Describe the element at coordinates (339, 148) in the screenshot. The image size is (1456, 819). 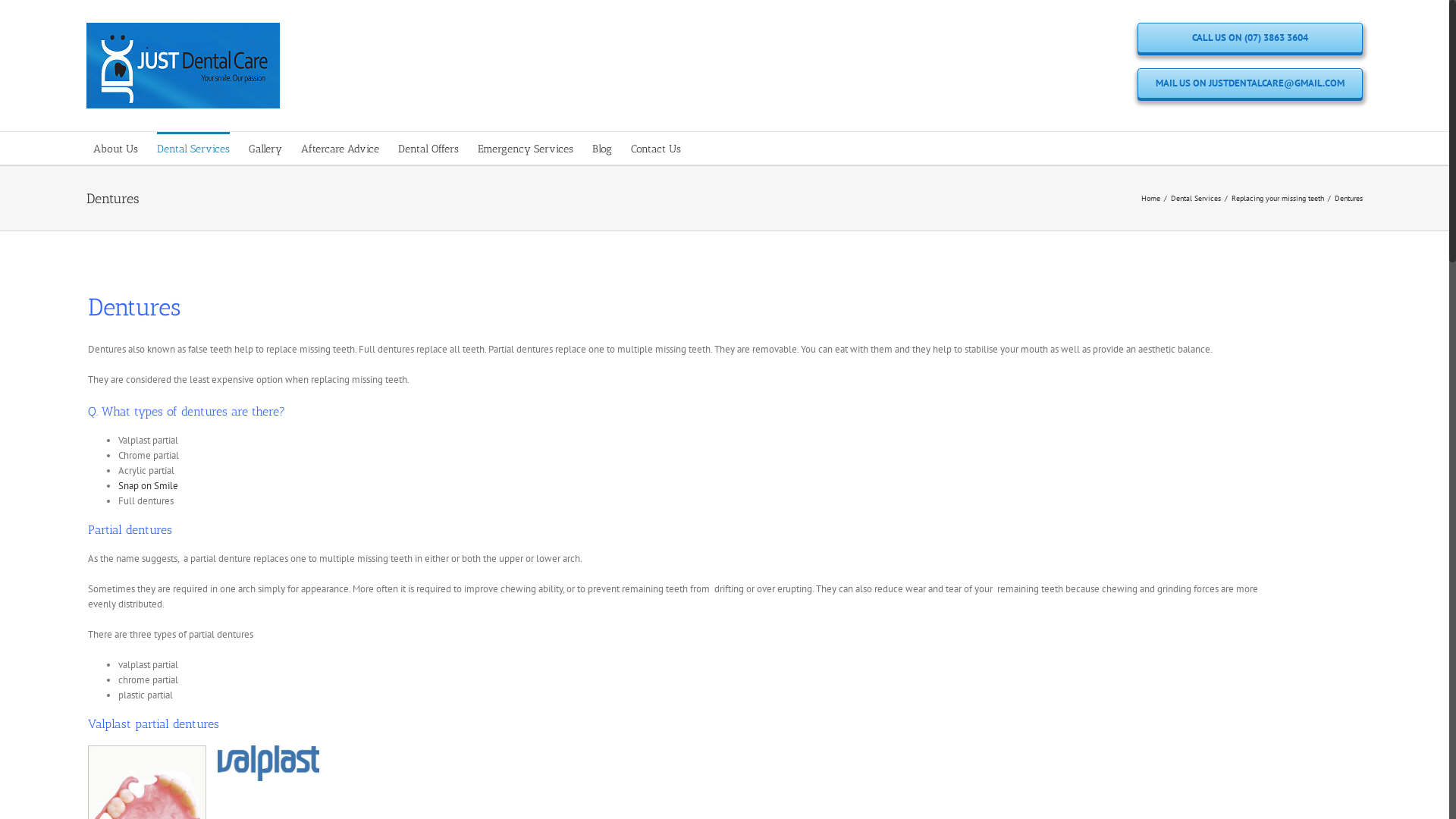
I see `'Aftercare Advice'` at that location.